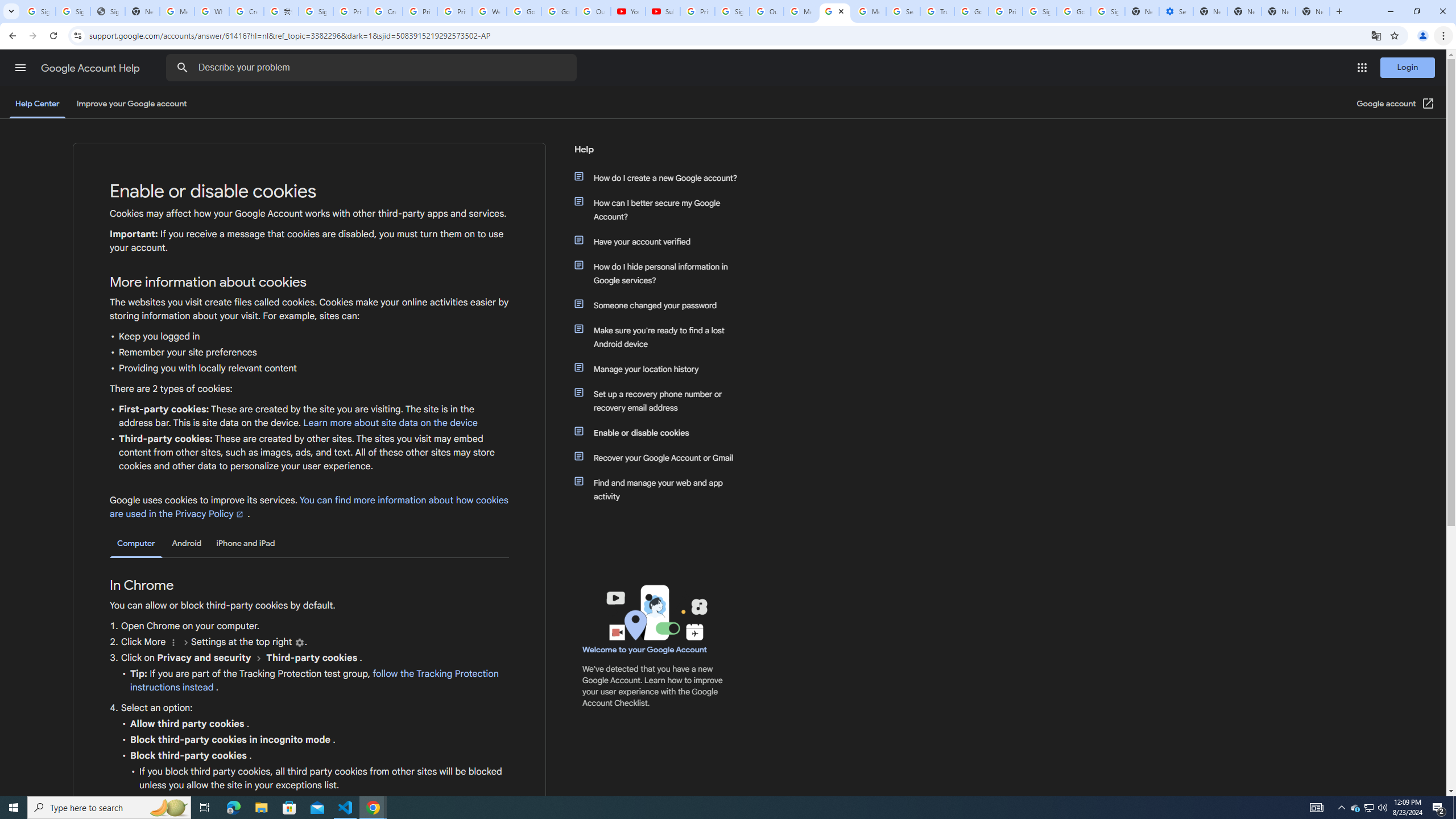  I want to click on 'Have your account verified', so click(661, 241).